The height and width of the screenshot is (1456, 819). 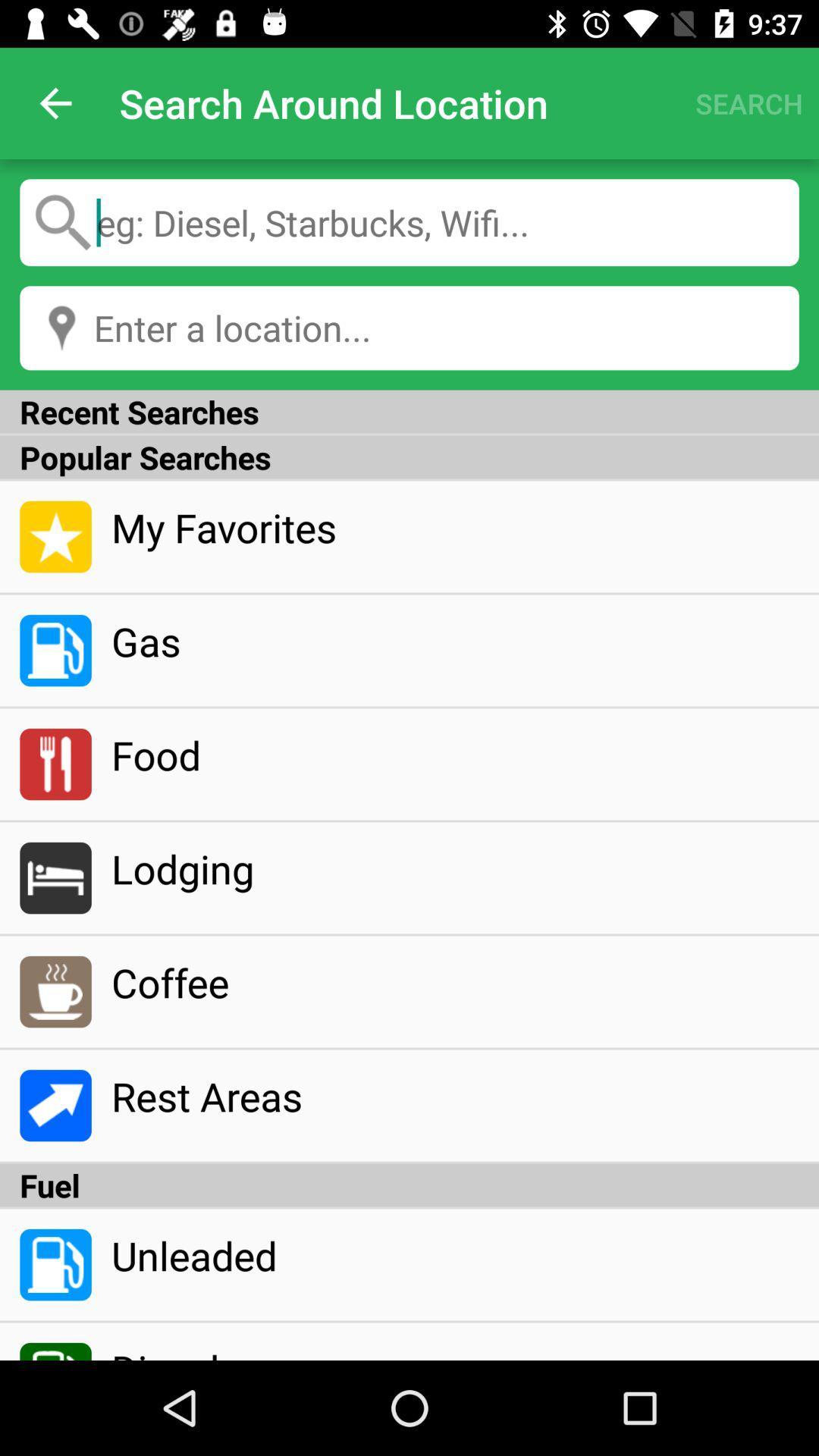 I want to click on lodging icon, so click(x=454, y=868).